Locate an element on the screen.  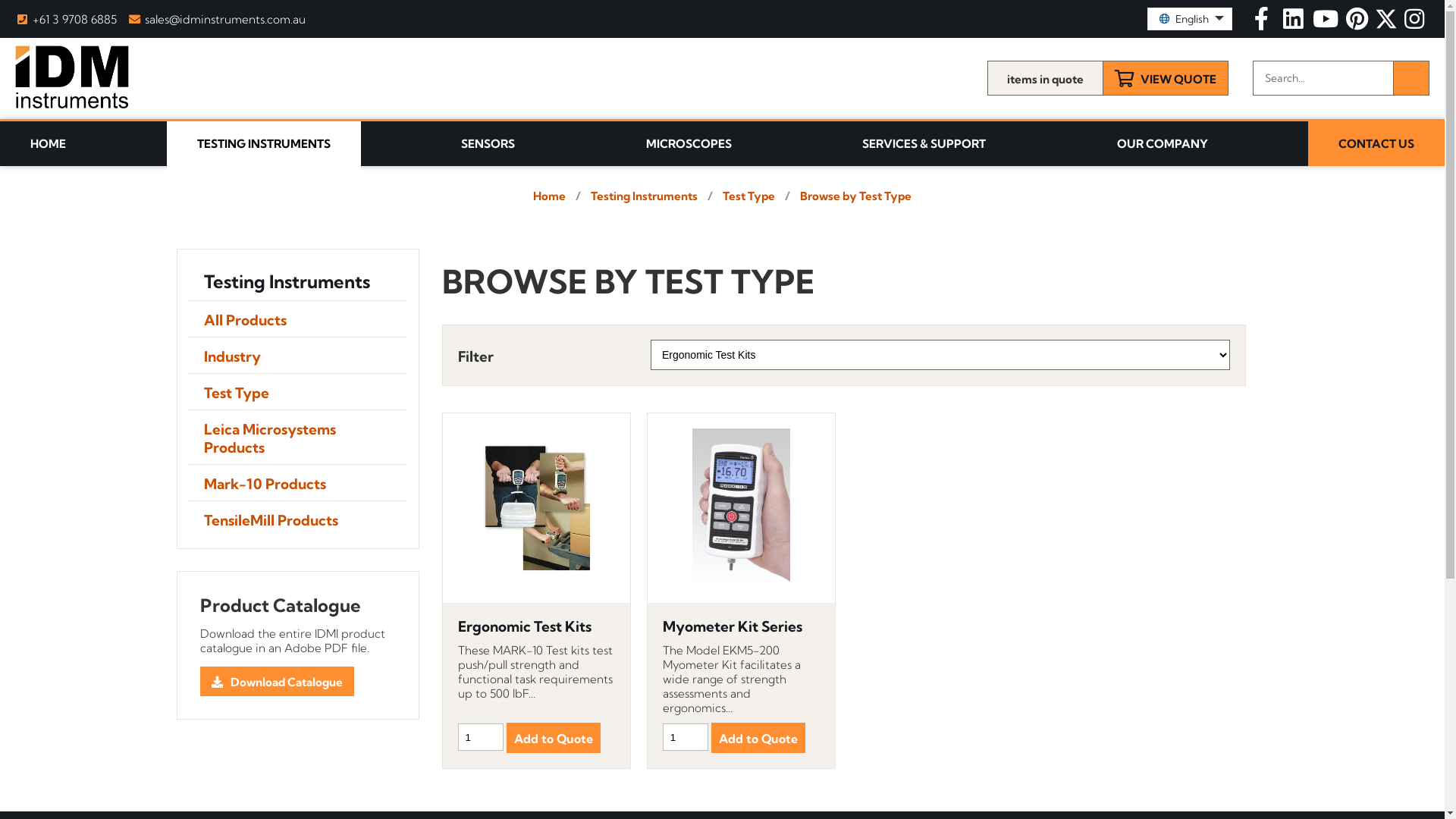
'TESTING INSTRUMENTS' is located at coordinates (263, 146).